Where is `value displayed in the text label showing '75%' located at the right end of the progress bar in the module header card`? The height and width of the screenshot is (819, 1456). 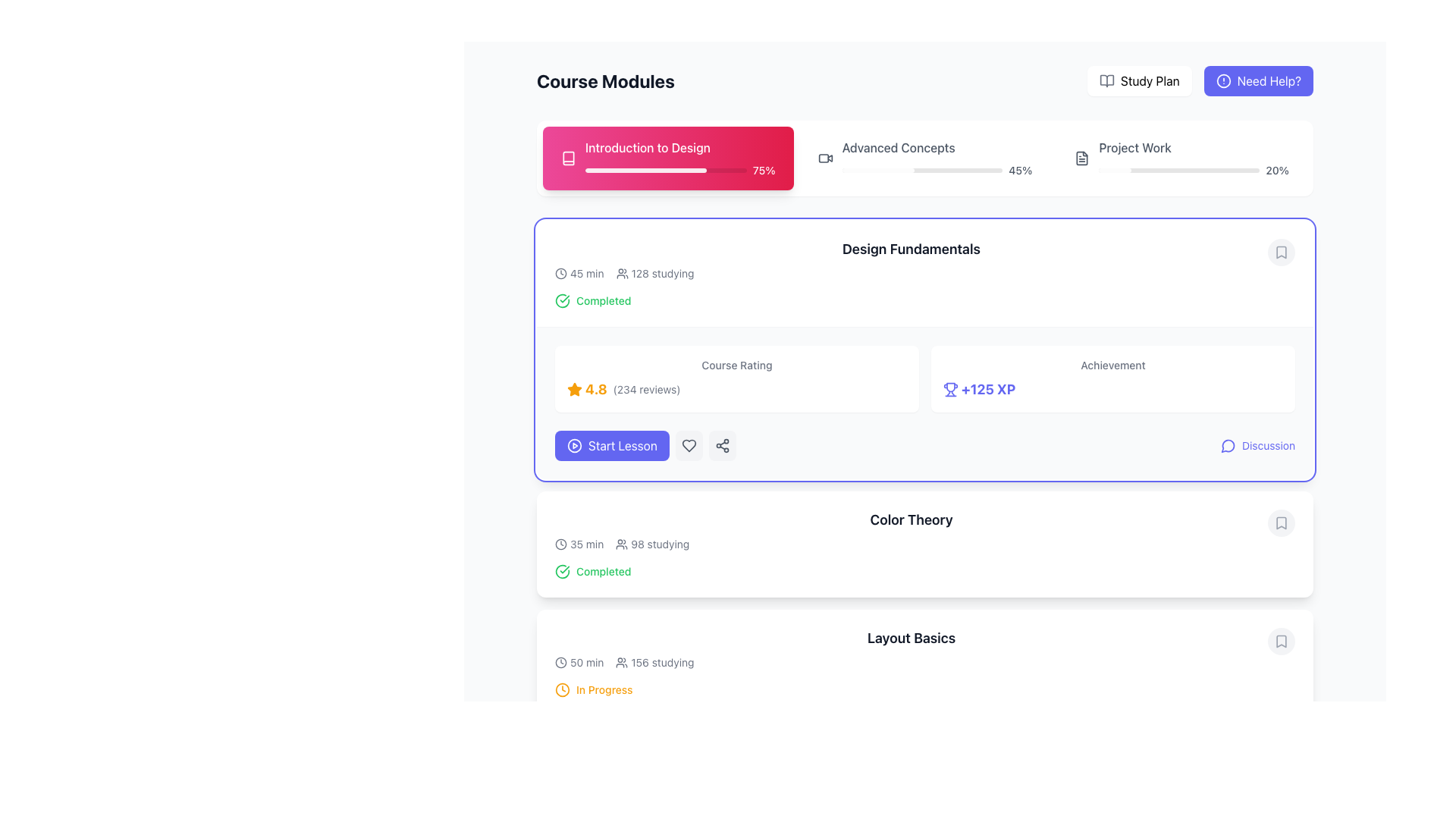
value displayed in the text label showing '75%' located at the right end of the progress bar in the module header card is located at coordinates (764, 170).